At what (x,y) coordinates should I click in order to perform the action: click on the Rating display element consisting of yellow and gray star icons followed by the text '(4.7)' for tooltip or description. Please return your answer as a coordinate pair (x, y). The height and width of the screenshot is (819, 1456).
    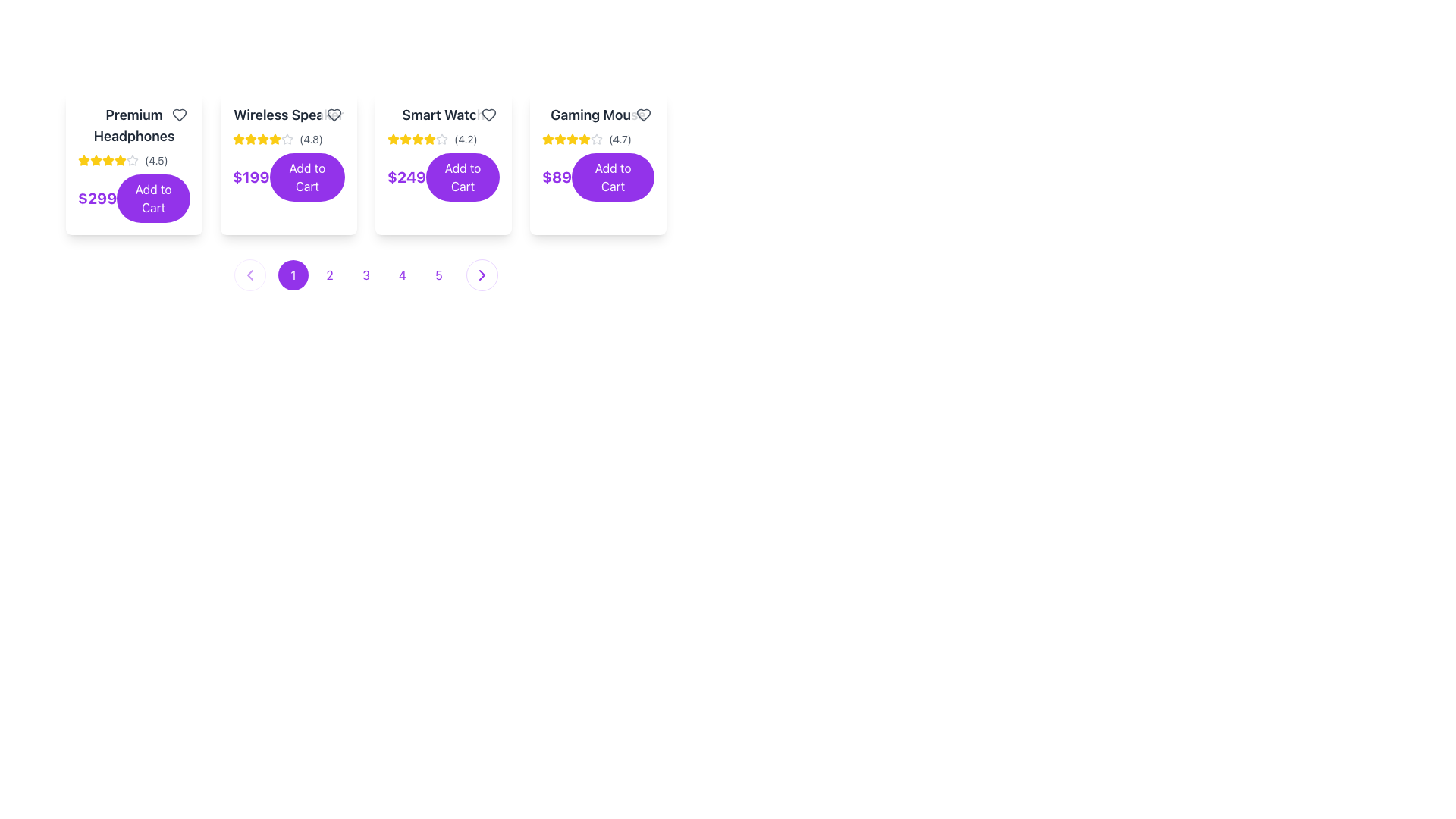
    Looking at the image, I should click on (597, 140).